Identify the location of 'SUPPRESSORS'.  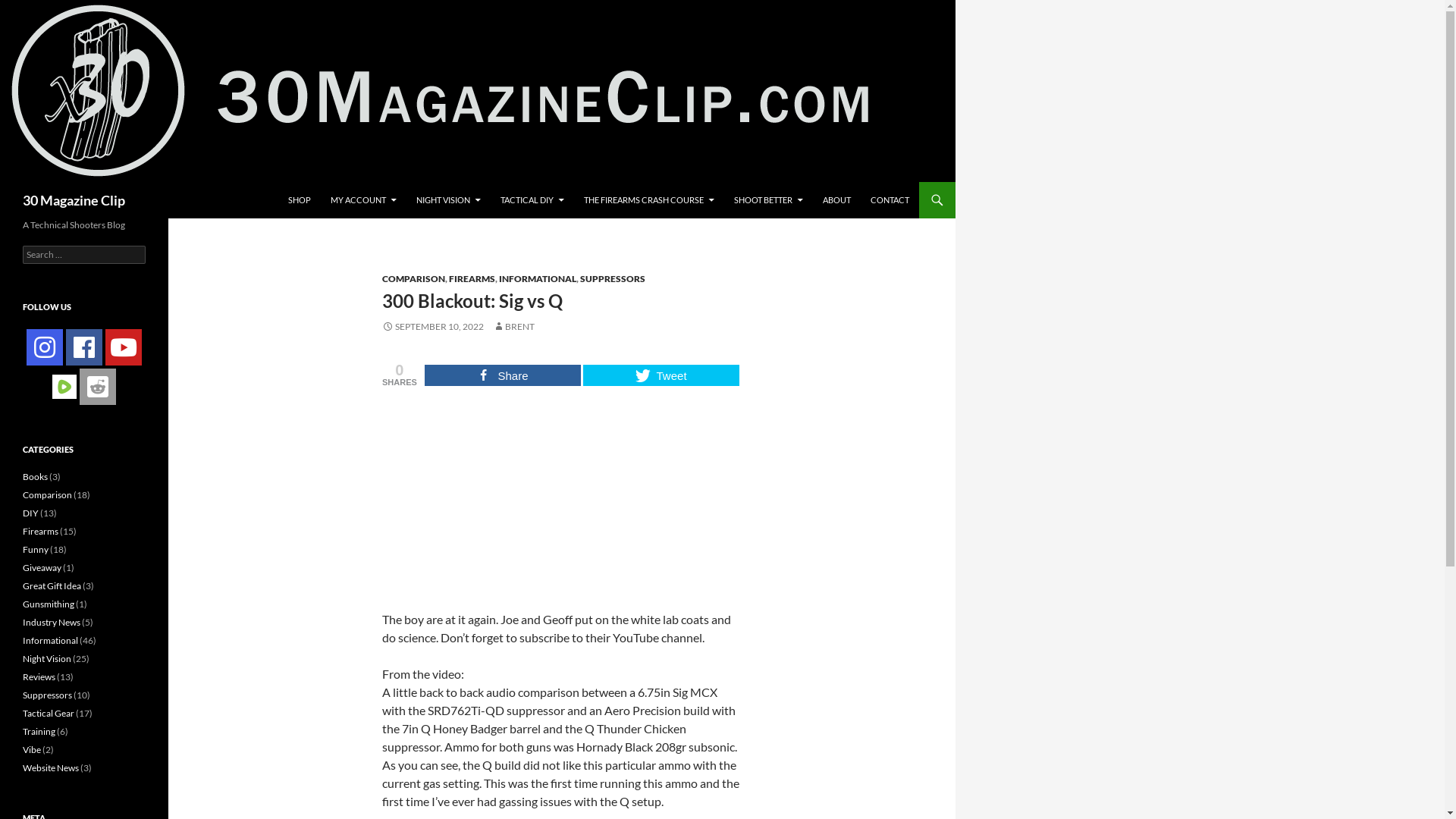
(579, 278).